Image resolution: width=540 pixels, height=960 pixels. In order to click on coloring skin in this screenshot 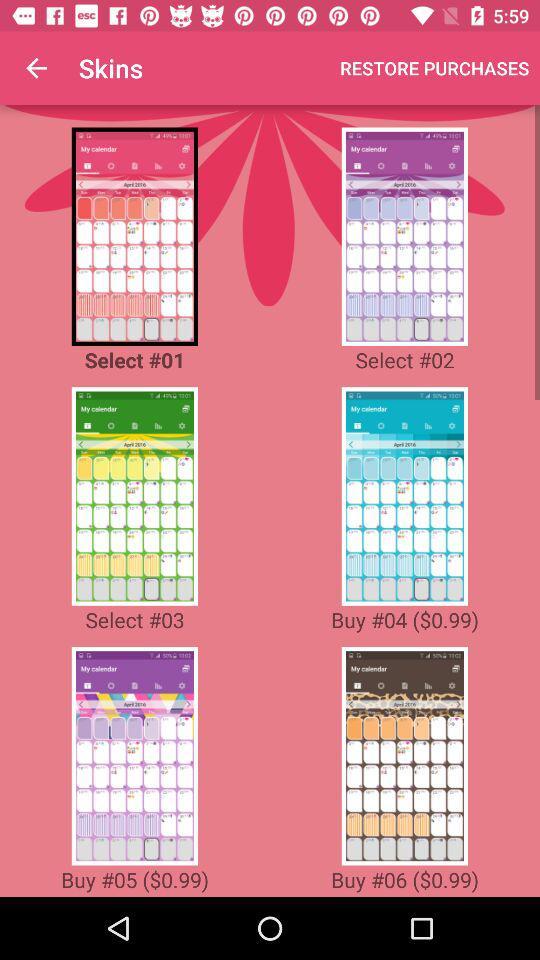, I will do `click(134, 236)`.